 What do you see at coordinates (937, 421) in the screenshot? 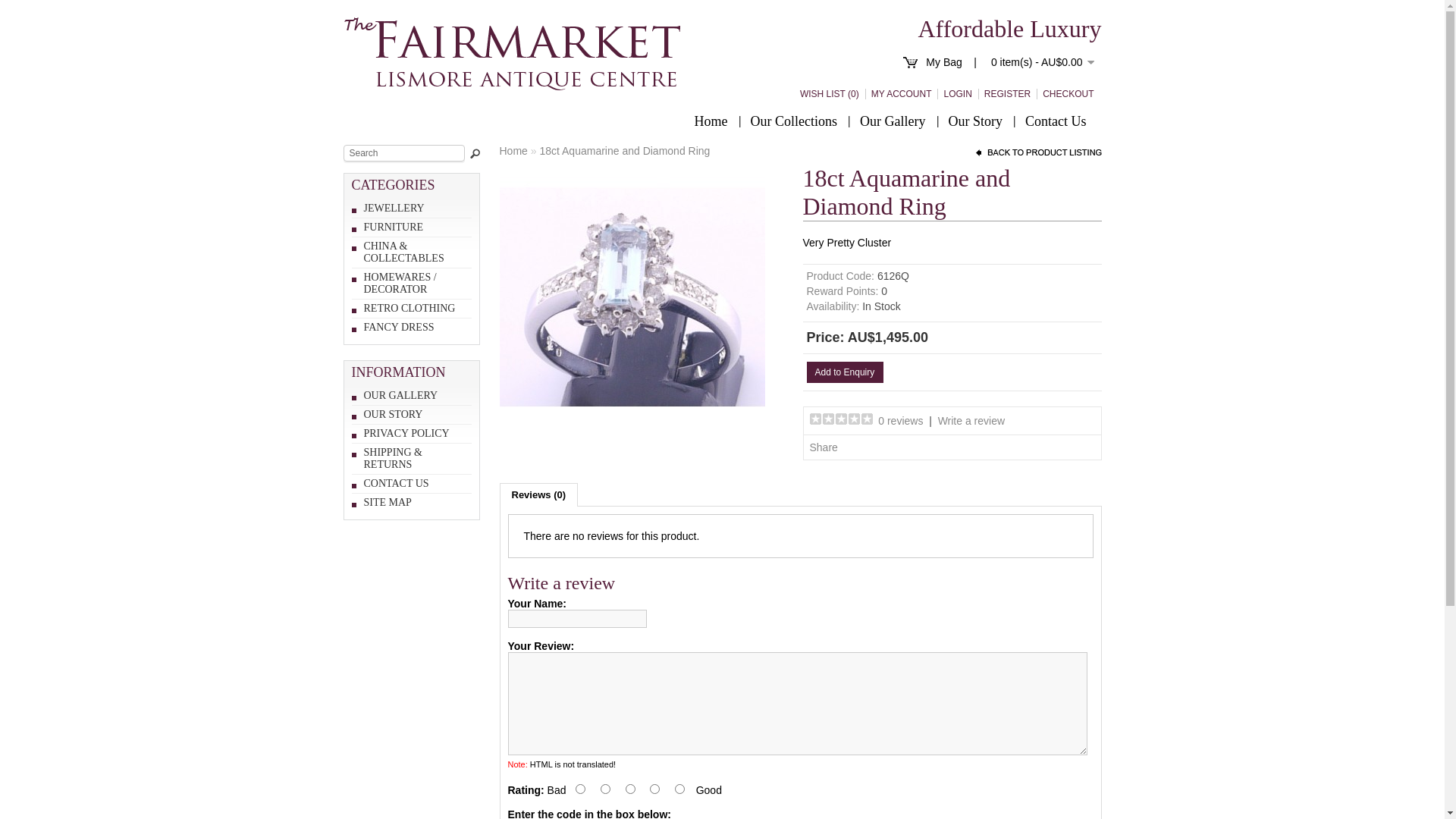
I see `'Write a review'` at bounding box center [937, 421].